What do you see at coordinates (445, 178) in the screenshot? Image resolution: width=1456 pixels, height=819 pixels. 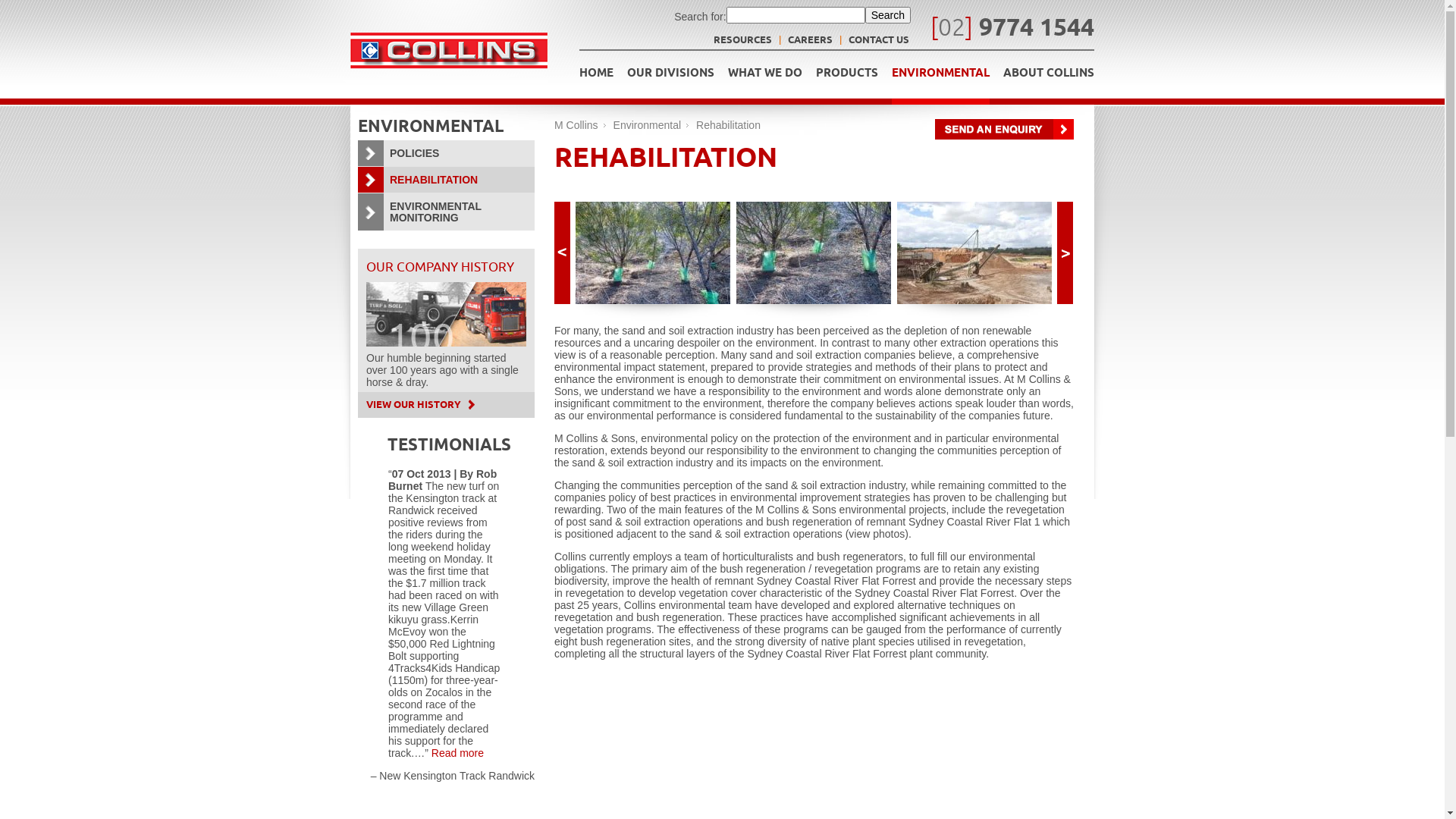 I see `'REHABILITATION'` at bounding box center [445, 178].